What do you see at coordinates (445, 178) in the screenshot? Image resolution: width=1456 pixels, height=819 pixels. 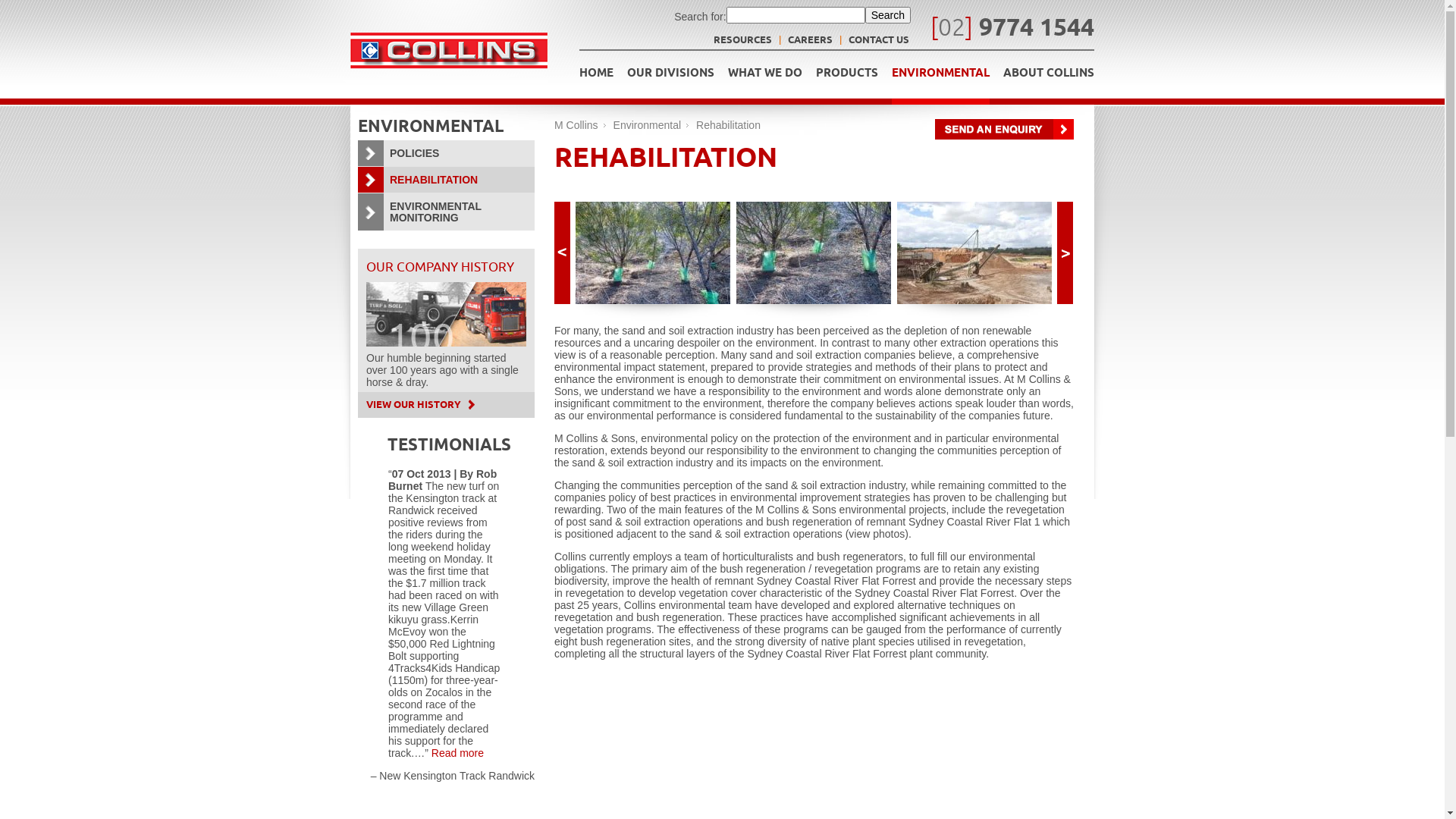 I see `'REHABILITATION'` at bounding box center [445, 178].